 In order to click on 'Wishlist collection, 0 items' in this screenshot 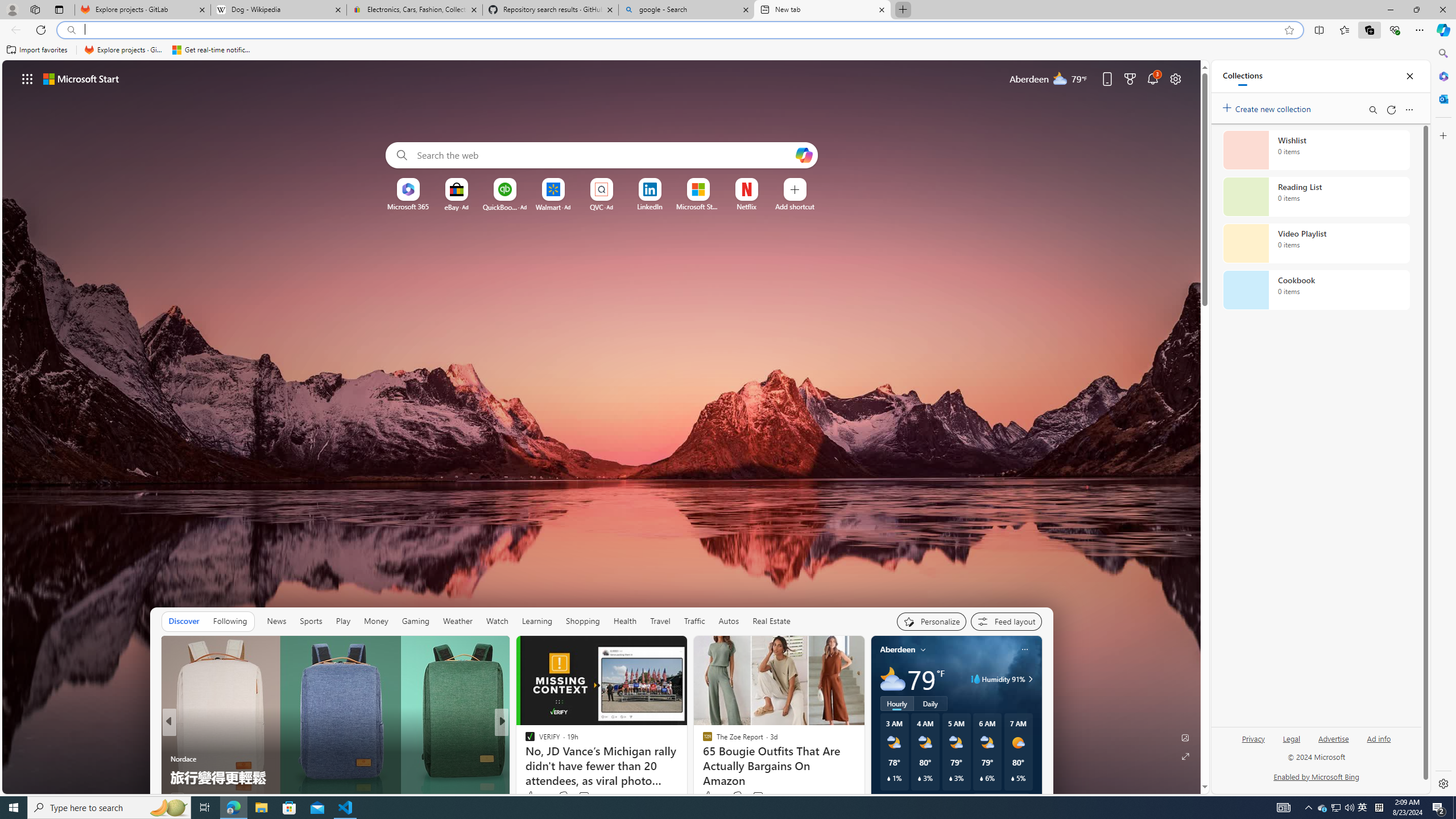, I will do `click(1316, 150)`.